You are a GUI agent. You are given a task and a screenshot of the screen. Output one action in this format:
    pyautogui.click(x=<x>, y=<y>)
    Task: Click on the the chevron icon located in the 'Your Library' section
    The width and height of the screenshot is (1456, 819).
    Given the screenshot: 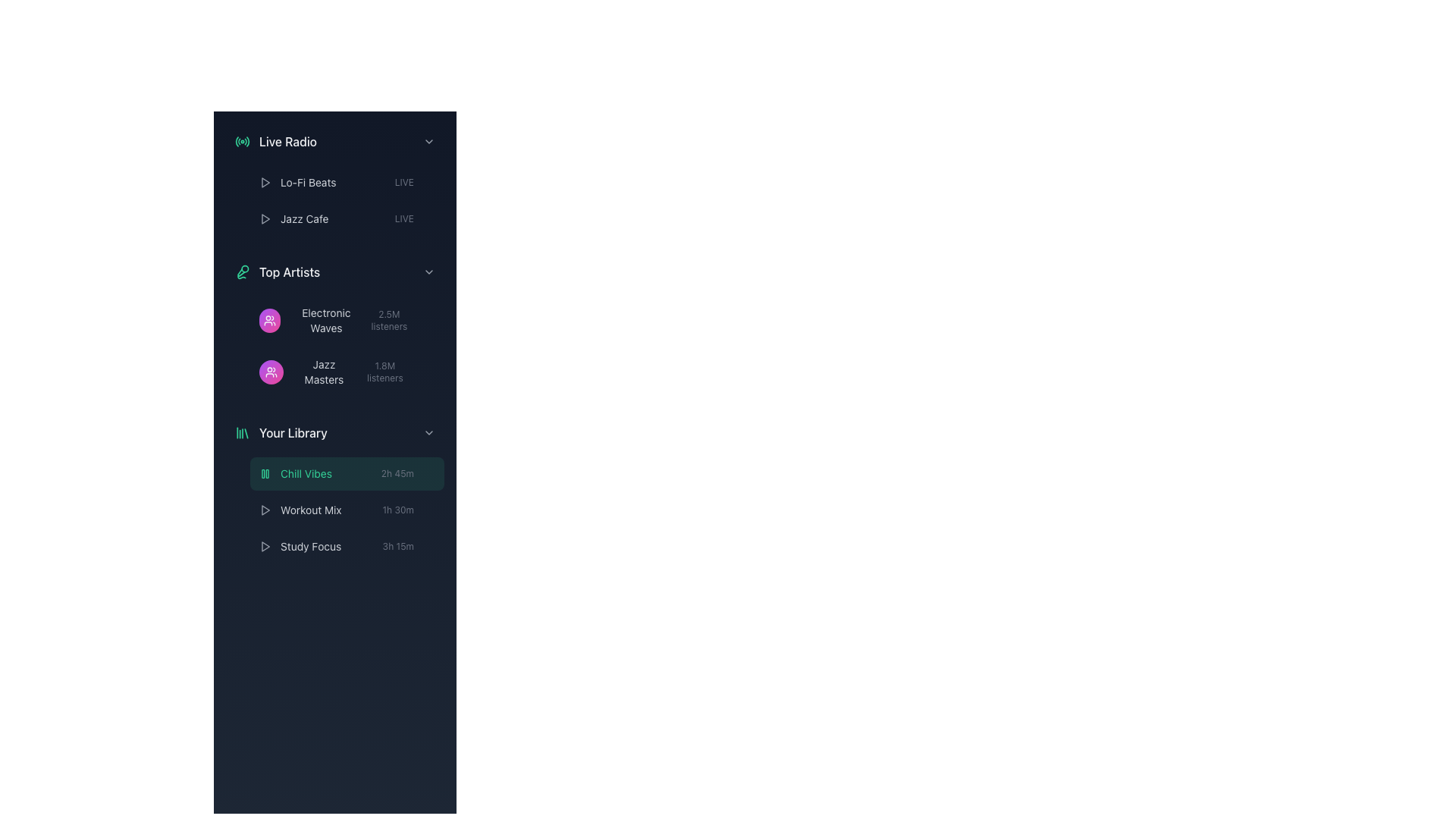 What is the action you would take?
    pyautogui.click(x=428, y=432)
    